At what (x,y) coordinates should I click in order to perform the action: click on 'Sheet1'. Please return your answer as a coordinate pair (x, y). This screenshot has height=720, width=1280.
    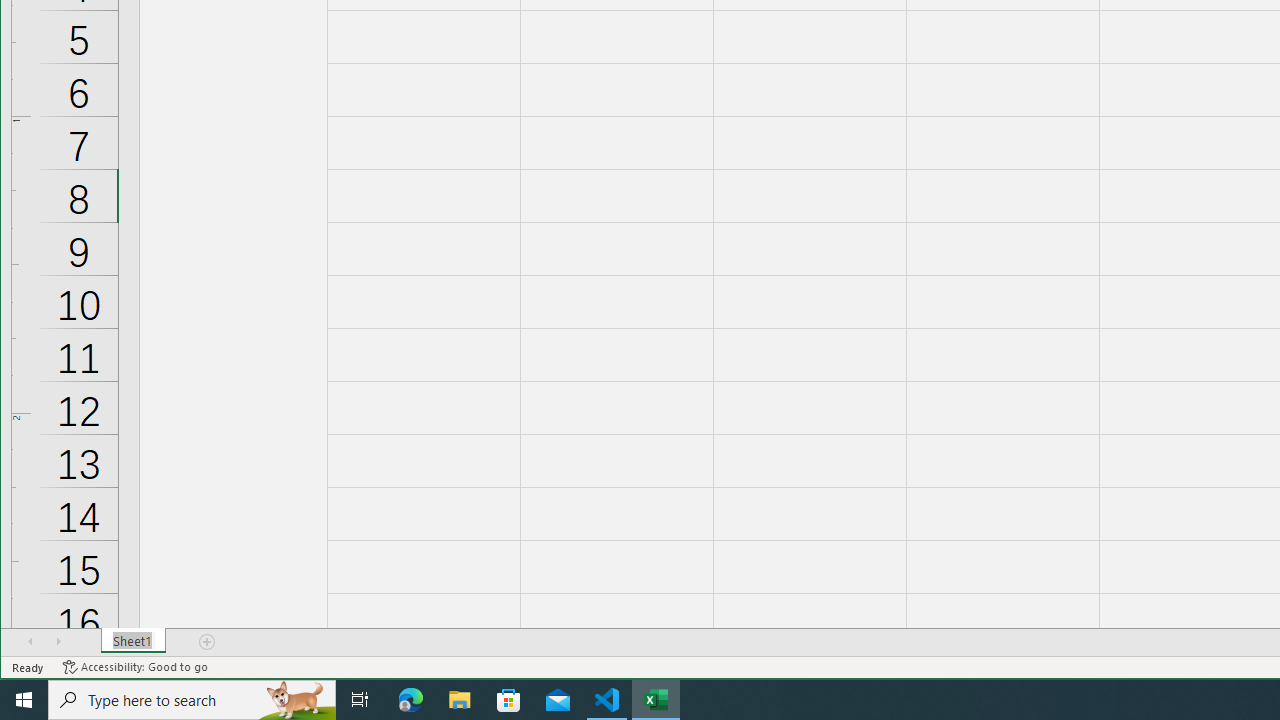
    Looking at the image, I should click on (132, 641).